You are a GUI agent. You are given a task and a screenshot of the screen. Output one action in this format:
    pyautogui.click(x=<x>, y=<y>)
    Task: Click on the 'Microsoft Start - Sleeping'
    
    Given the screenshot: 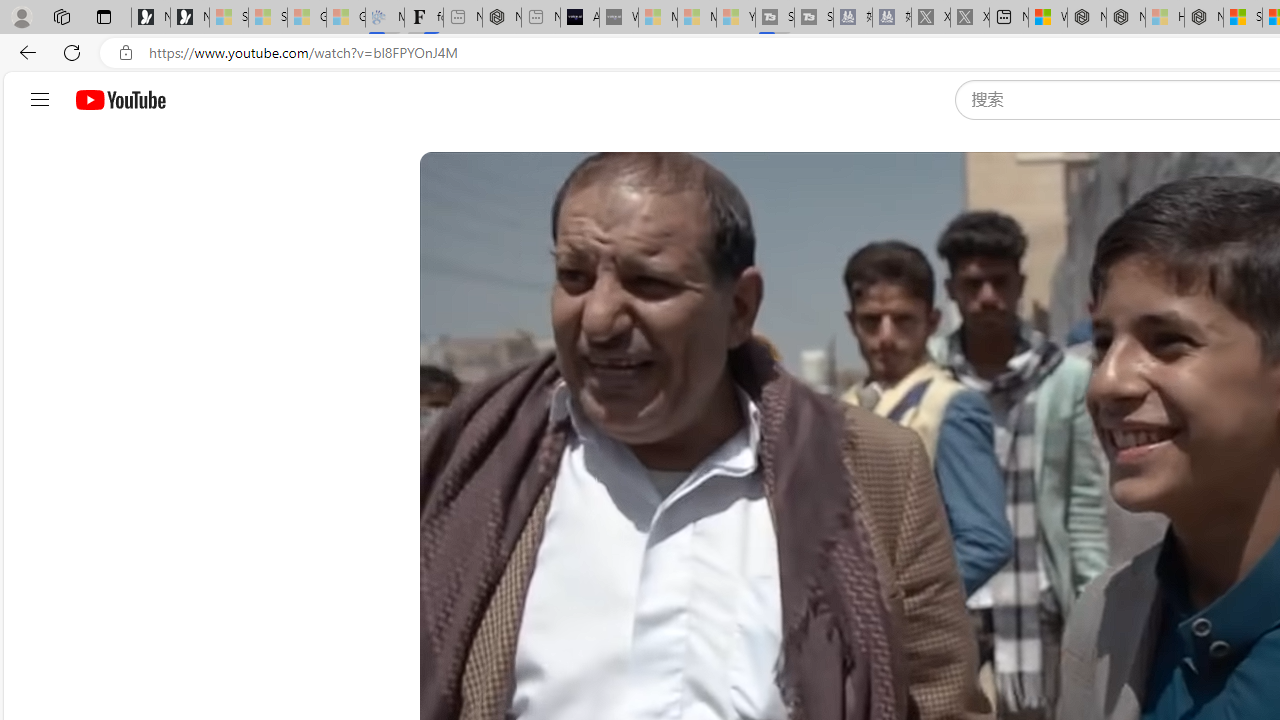 What is the action you would take?
    pyautogui.click(x=696, y=17)
    